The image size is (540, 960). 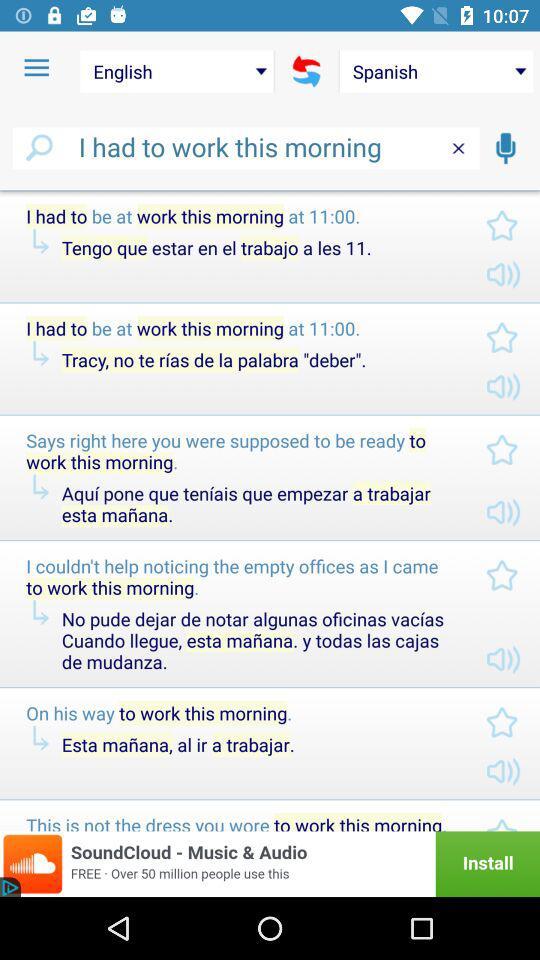 I want to click on vocal speaking function, so click(x=504, y=147).